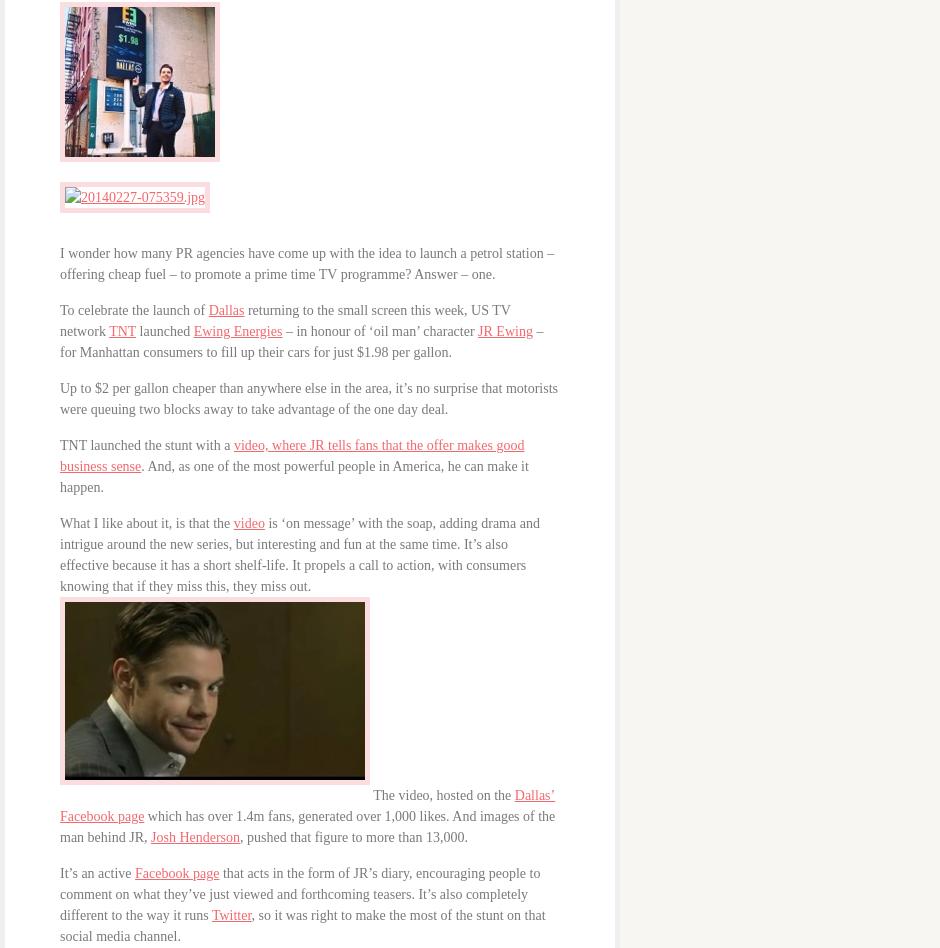 The width and height of the screenshot is (940, 948). Describe the element at coordinates (97, 872) in the screenshot. I see `'It’s an active'` at that location.